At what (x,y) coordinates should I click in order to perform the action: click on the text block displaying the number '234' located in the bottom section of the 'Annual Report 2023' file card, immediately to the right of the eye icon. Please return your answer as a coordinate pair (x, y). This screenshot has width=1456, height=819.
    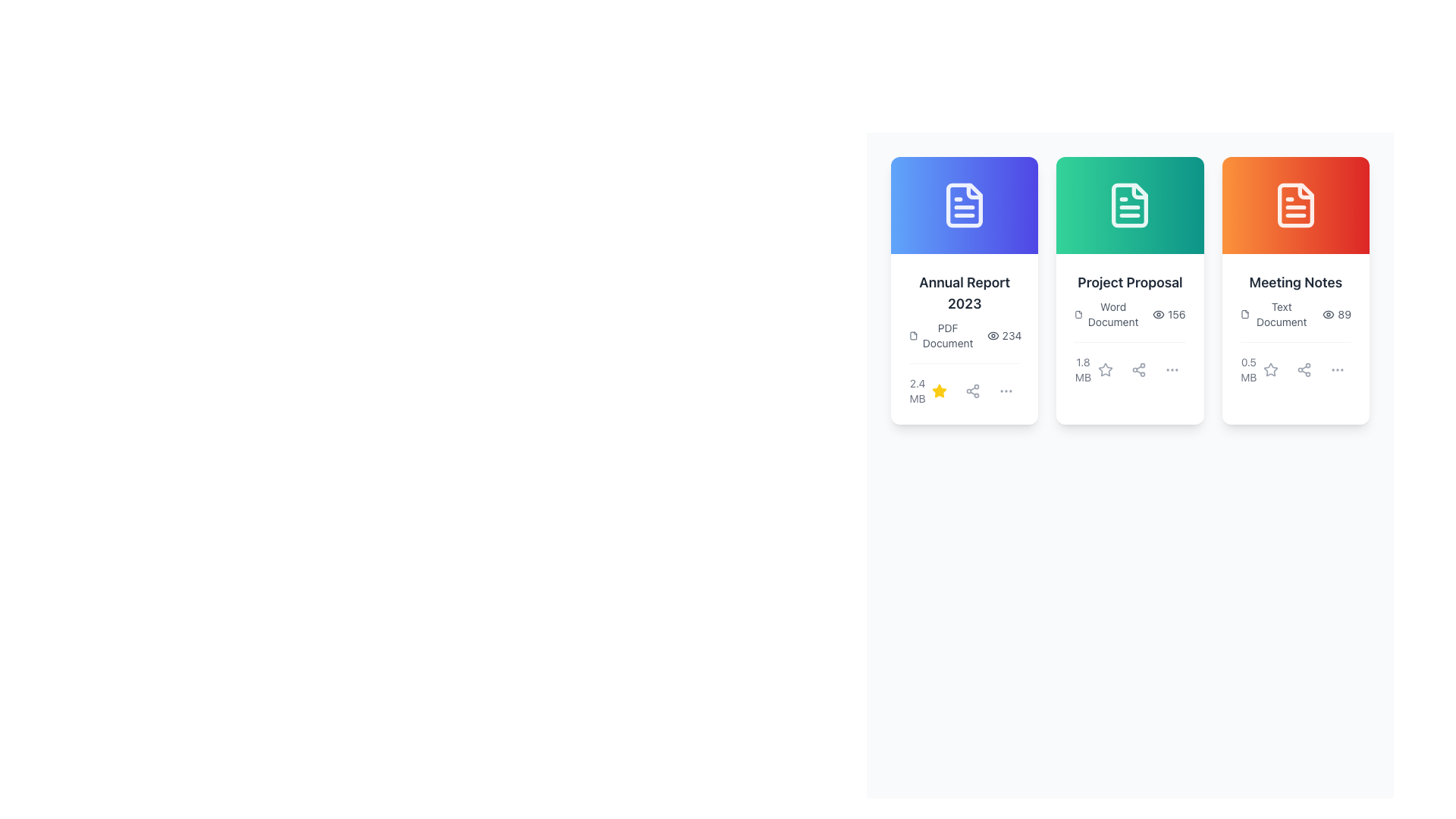
    Looking at the image, I should click on (1004, 335).